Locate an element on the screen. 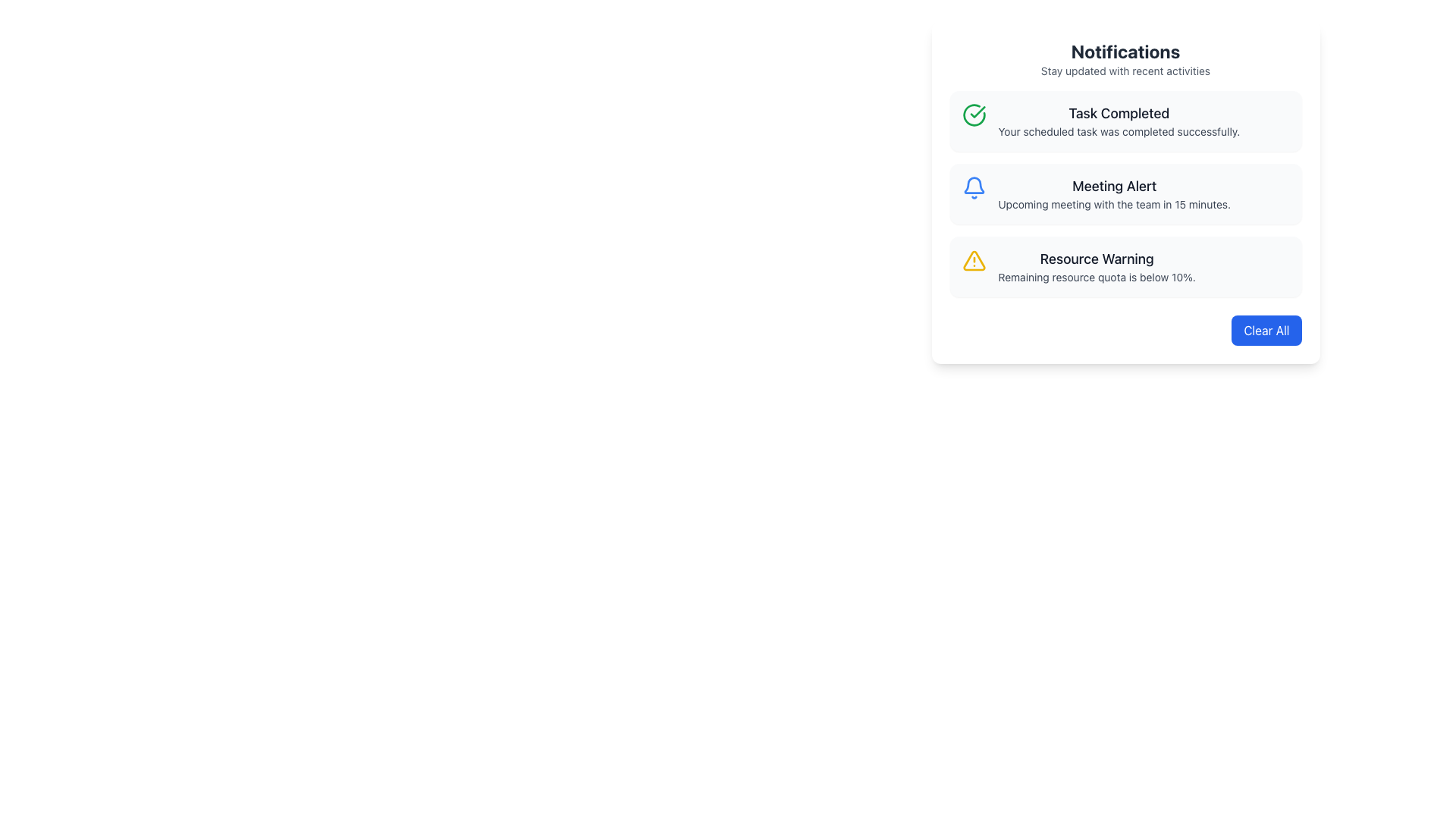  the 'Clear All' button, which has a blue background and white text, located in the bottom-right corner of the notification section, to clear all notifications is located at coordinates (1266, 329).